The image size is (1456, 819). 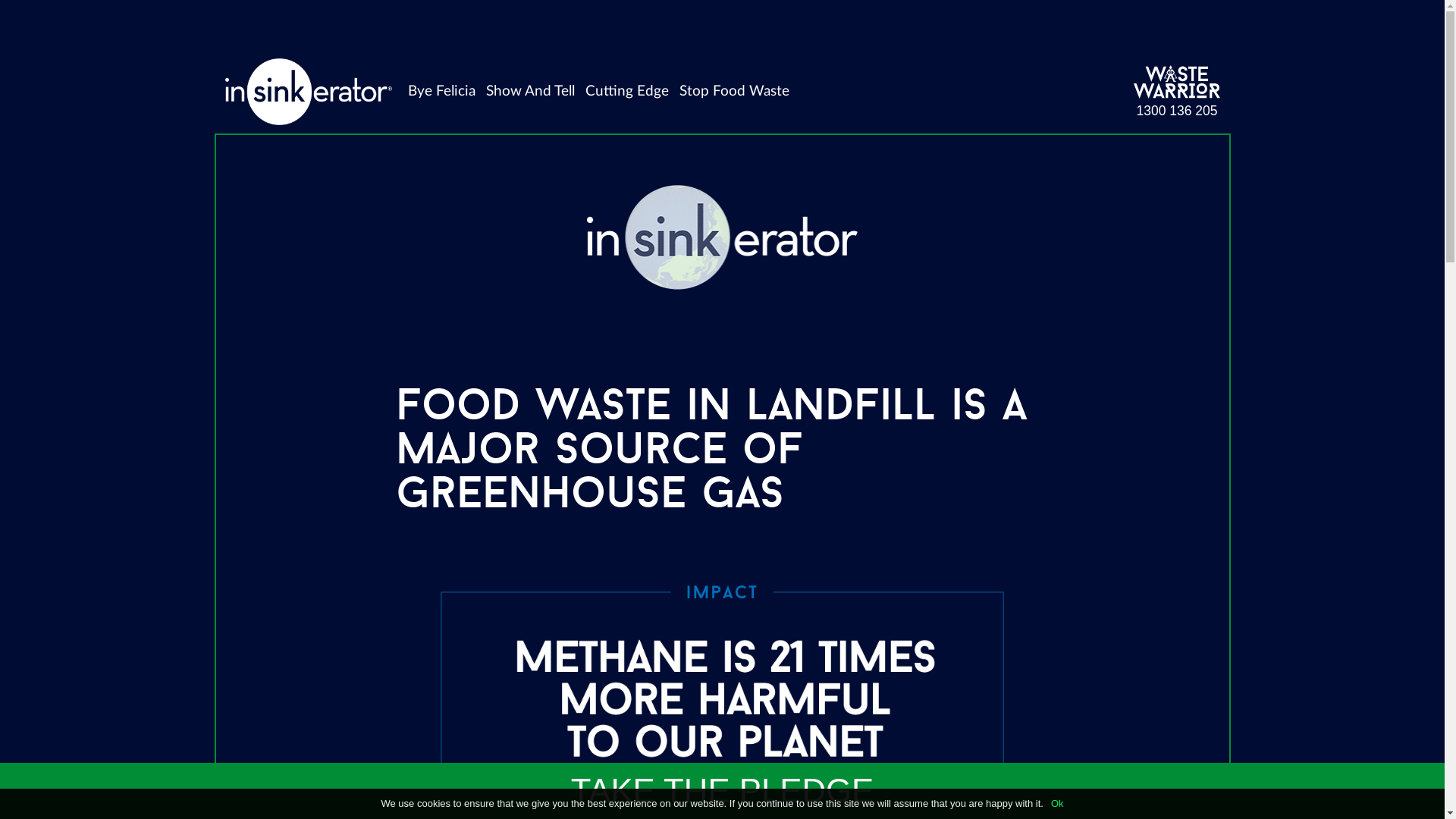 I want to click on 'Show And Tell', so click(x=479, y=91).